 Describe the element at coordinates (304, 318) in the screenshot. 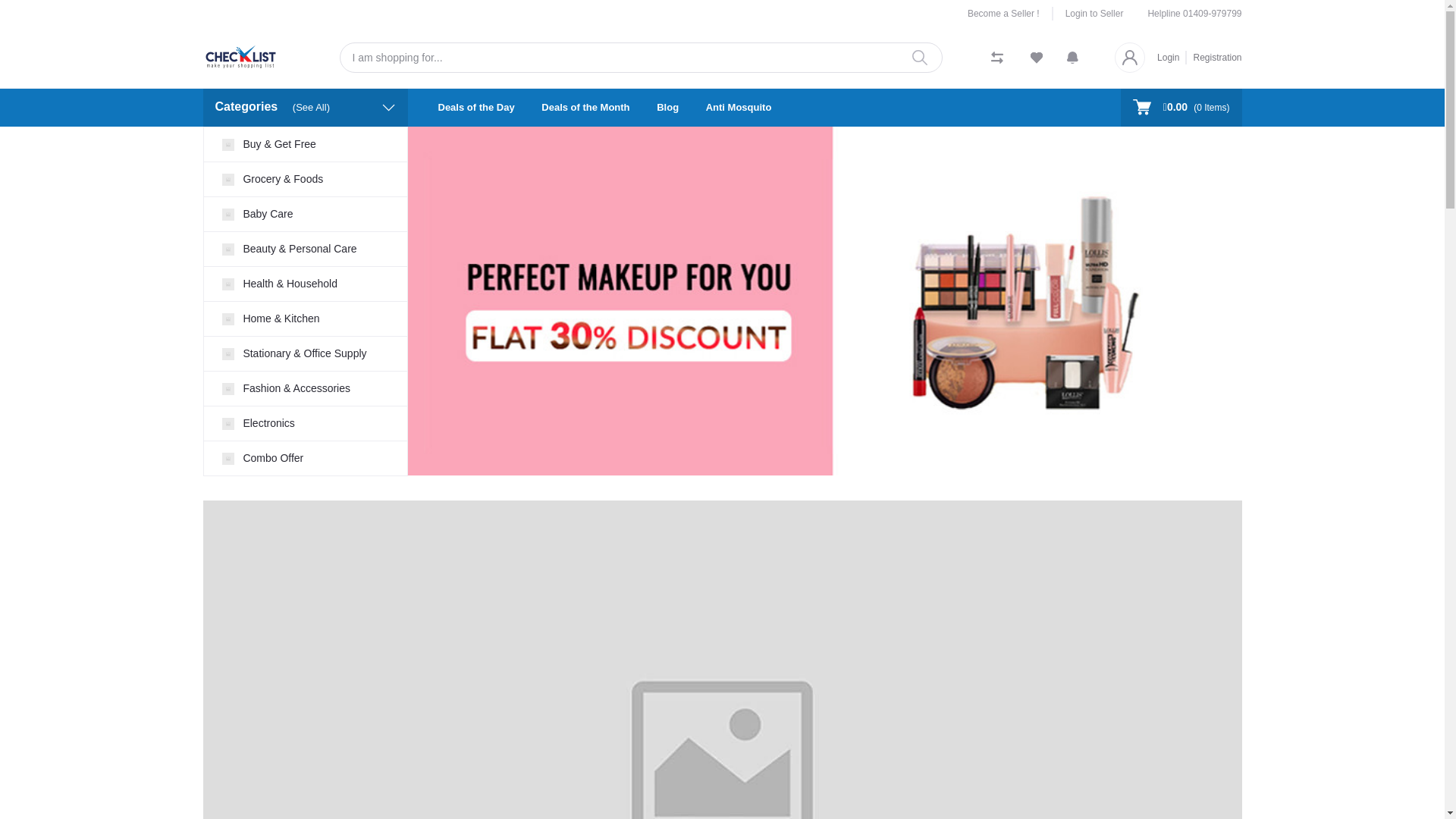

I see `'Home & Kitchen'` at that location.